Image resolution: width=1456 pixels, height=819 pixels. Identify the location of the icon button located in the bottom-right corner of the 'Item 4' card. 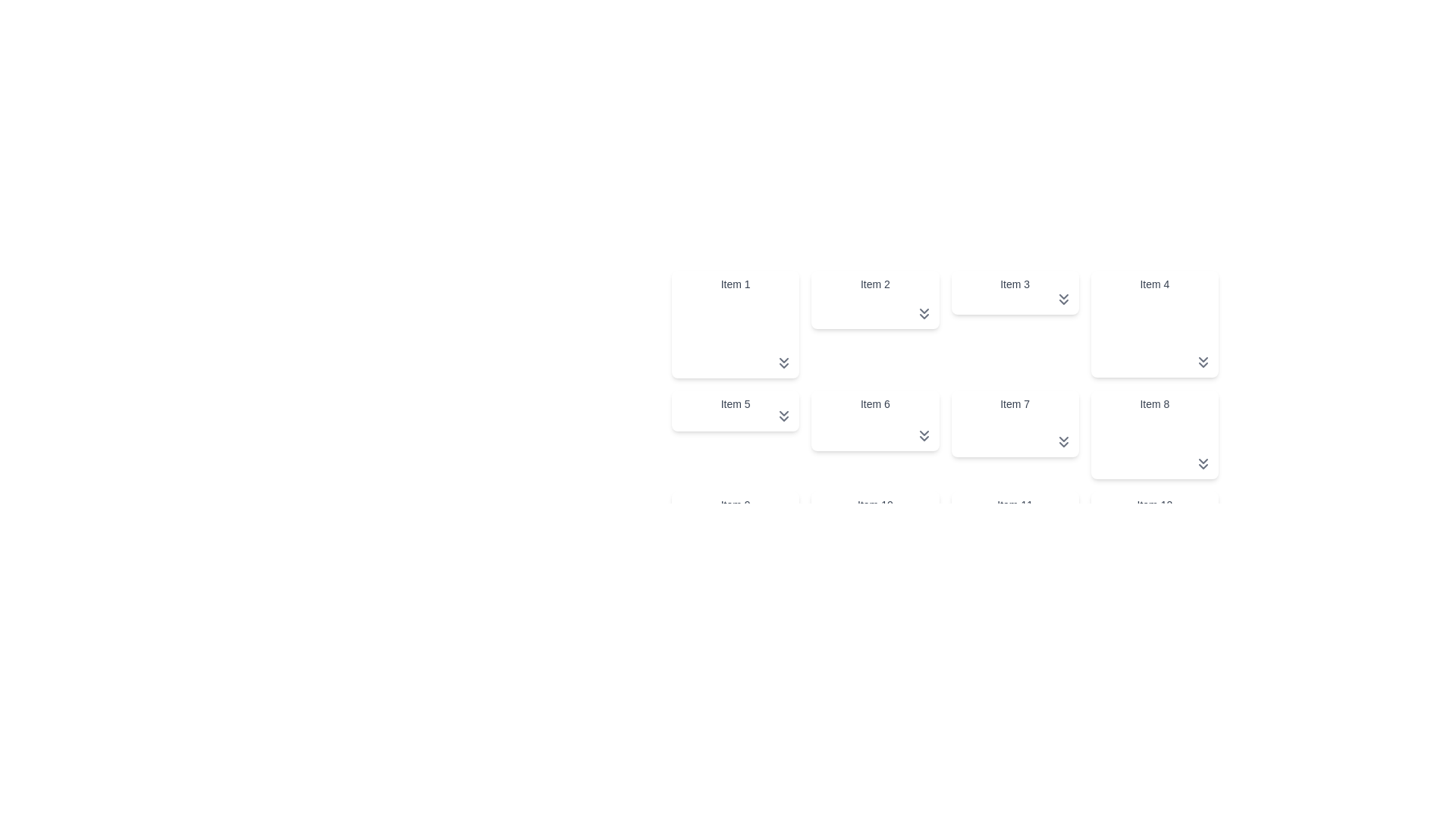
(1203, 362).